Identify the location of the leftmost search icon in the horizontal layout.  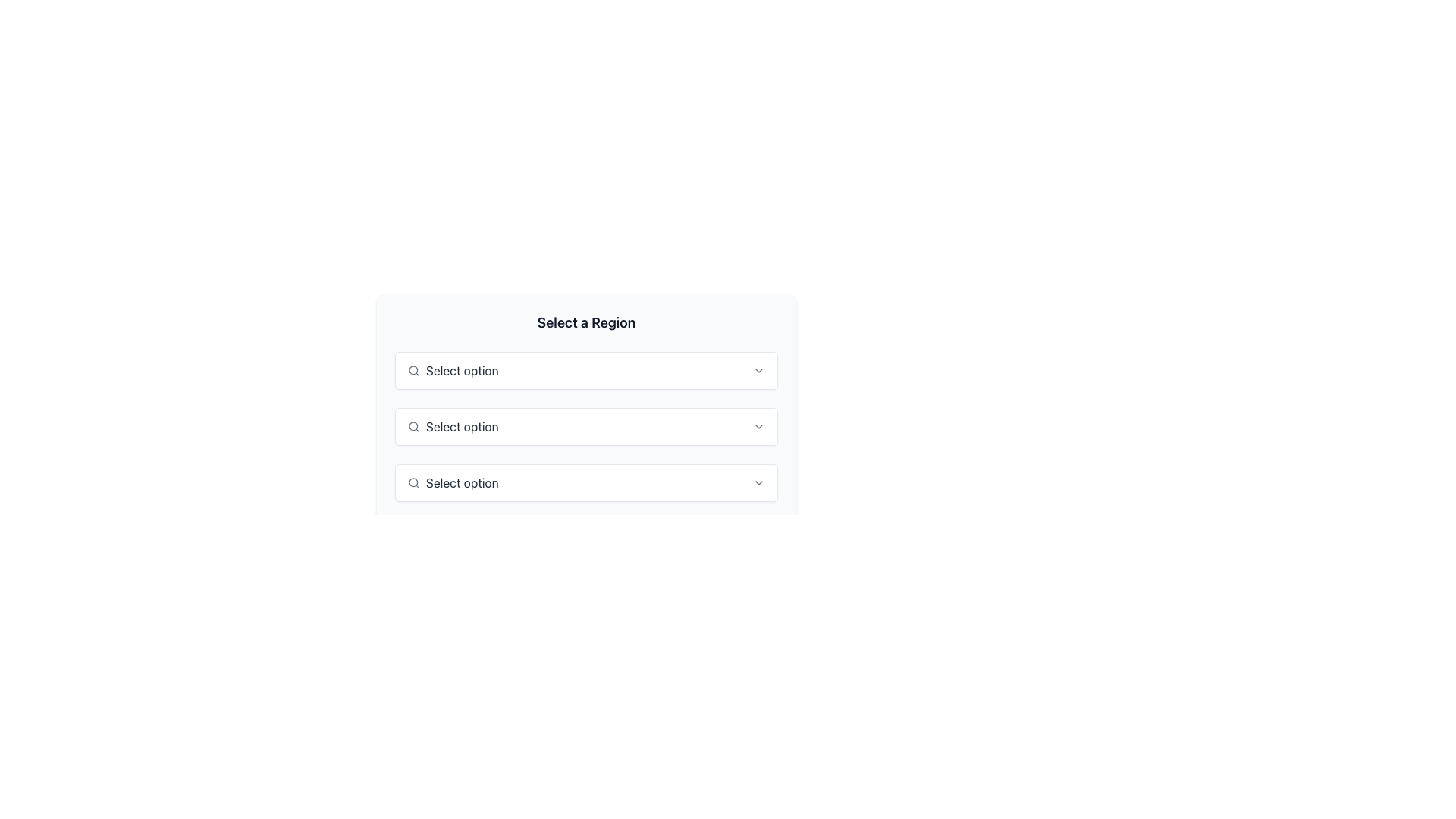
(414, 371).